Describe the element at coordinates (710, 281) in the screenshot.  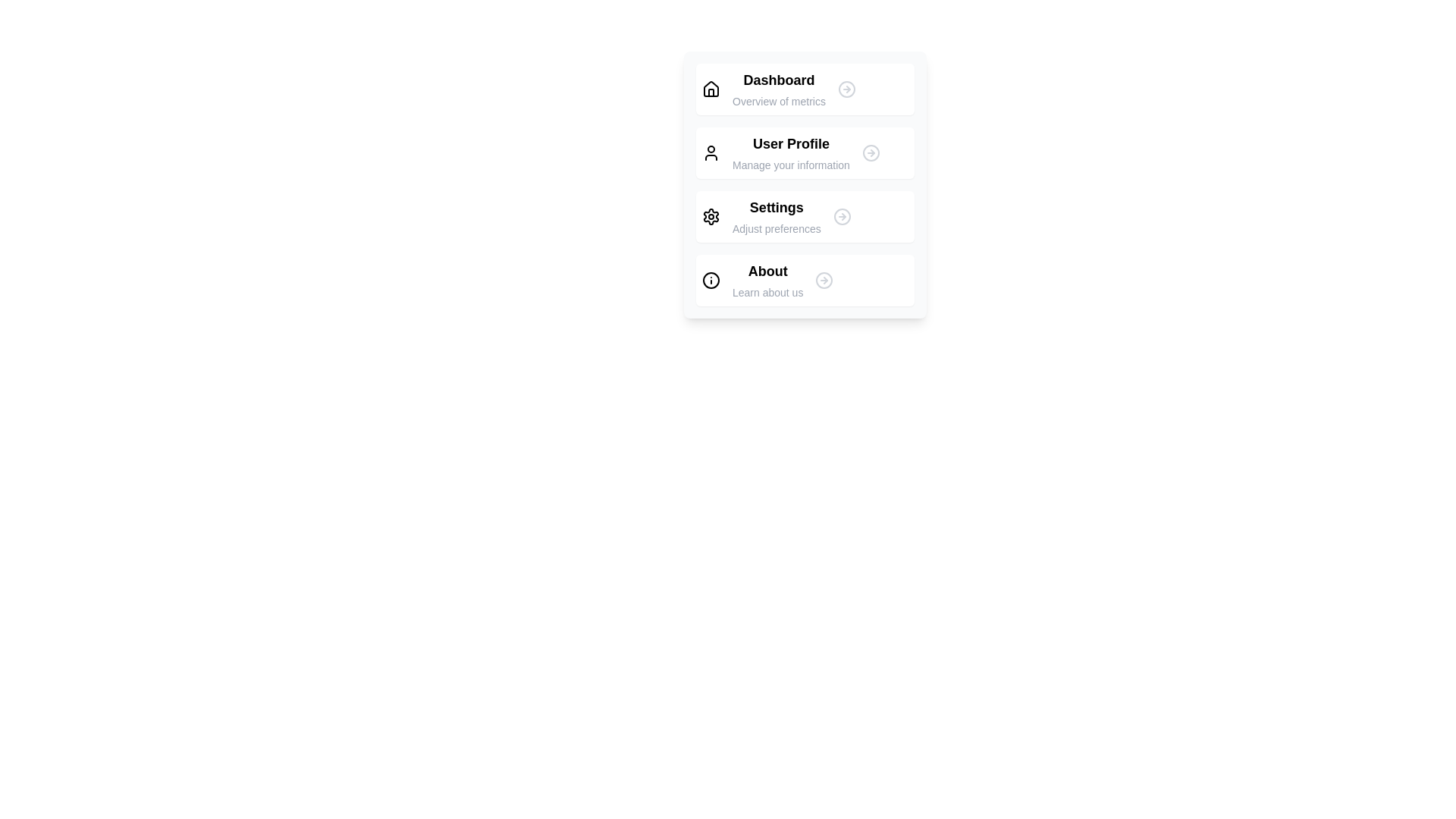
I see `the SVG circle graphic with a black outline located within the informational icon next to the 'About' button in the bottom section of the vertical menu` at that location.